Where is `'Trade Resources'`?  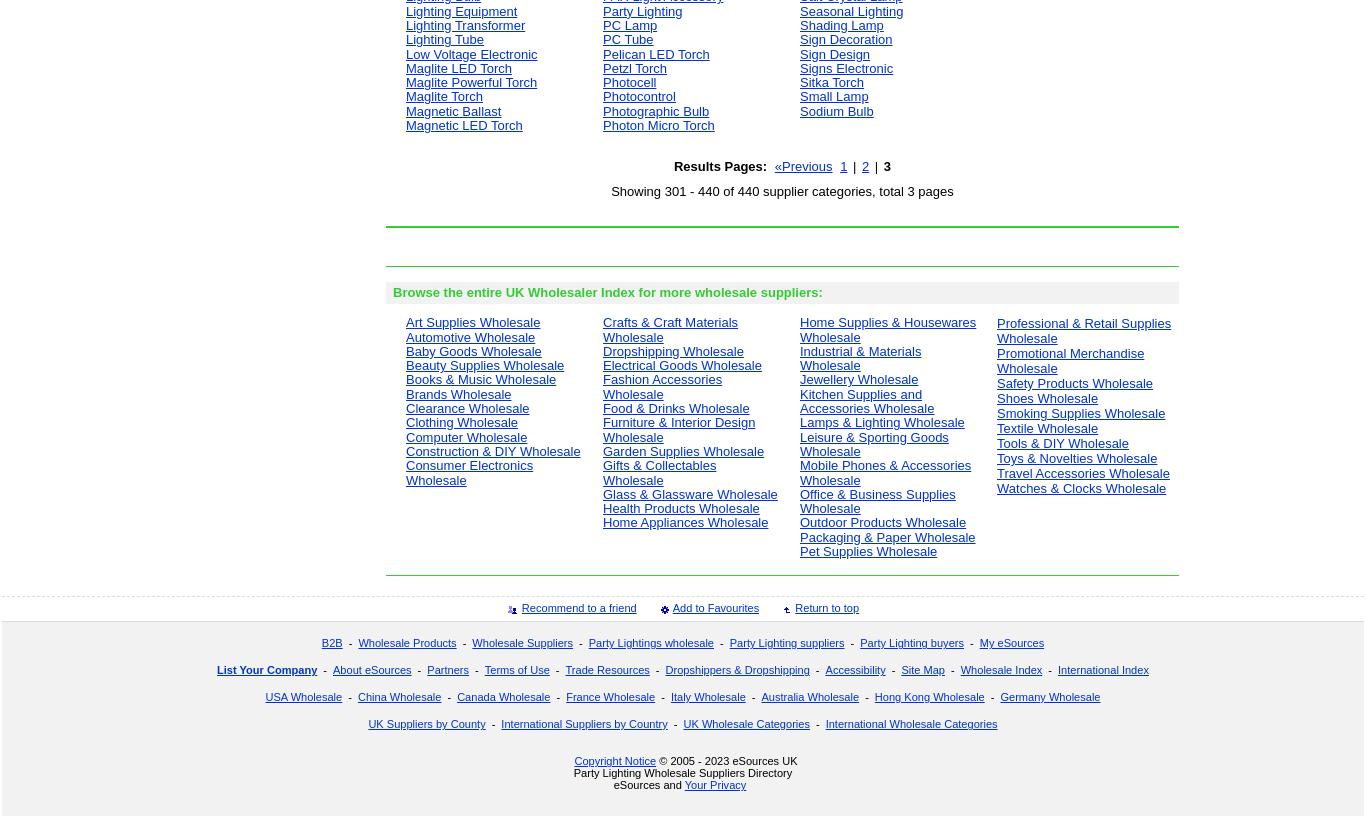 'Trade Resources' is located at coordinates (606, 670).